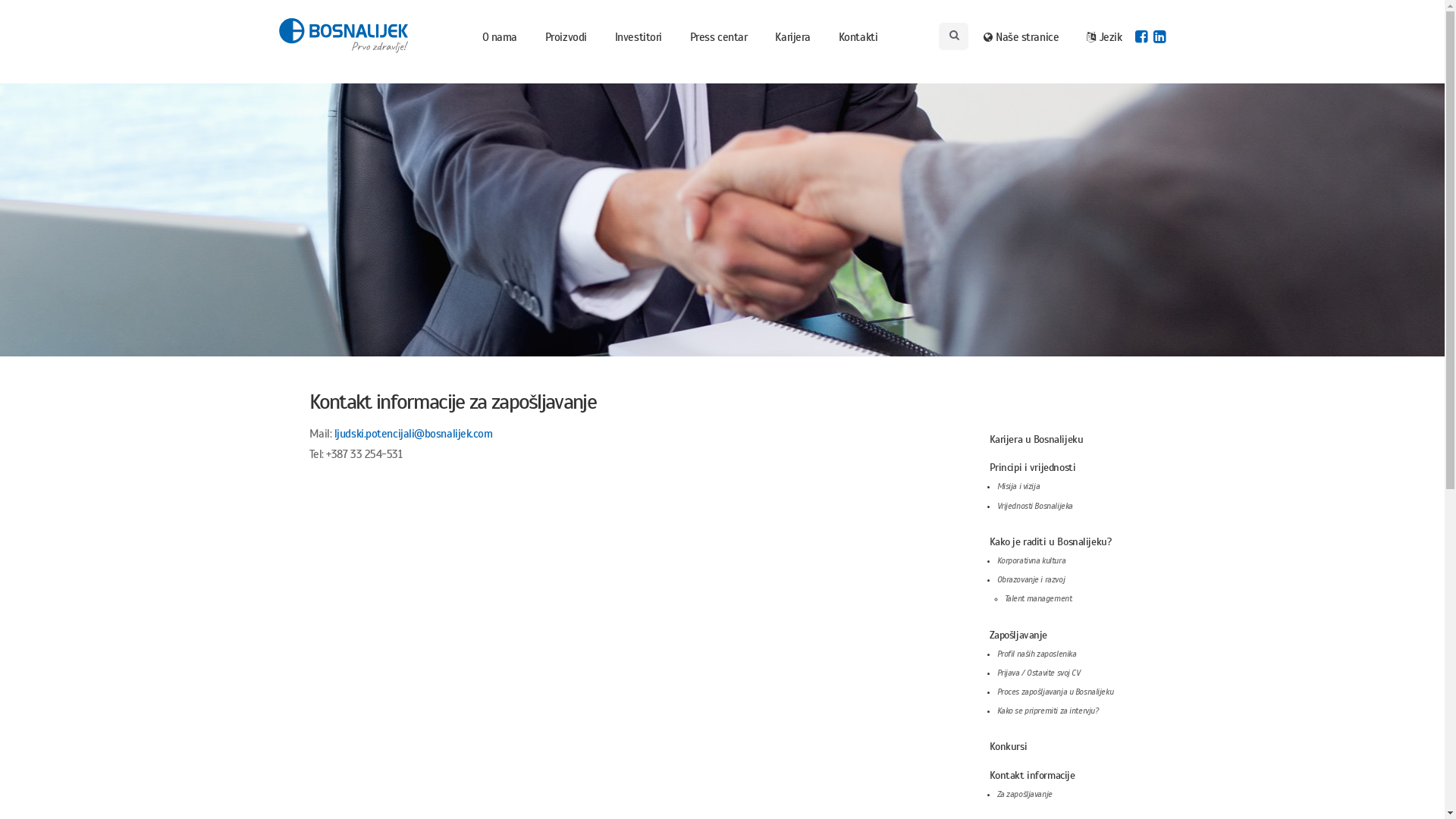 The image size is (1456, 819). I want to click on 'Kontakt informacije', so click(1031, 775).